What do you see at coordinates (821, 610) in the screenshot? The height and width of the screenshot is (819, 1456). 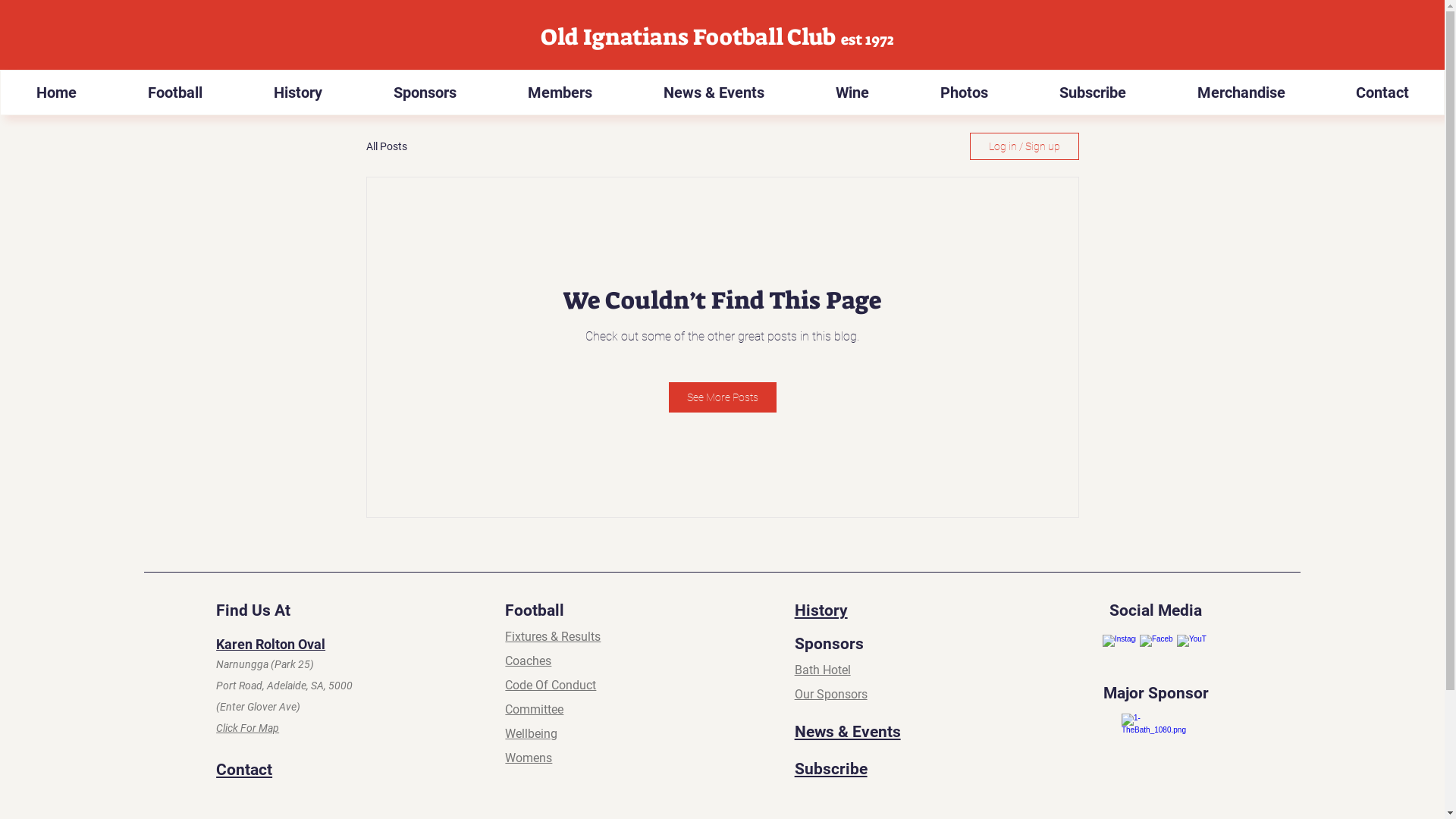 I see `'History'` at bounding box center [821, 610].